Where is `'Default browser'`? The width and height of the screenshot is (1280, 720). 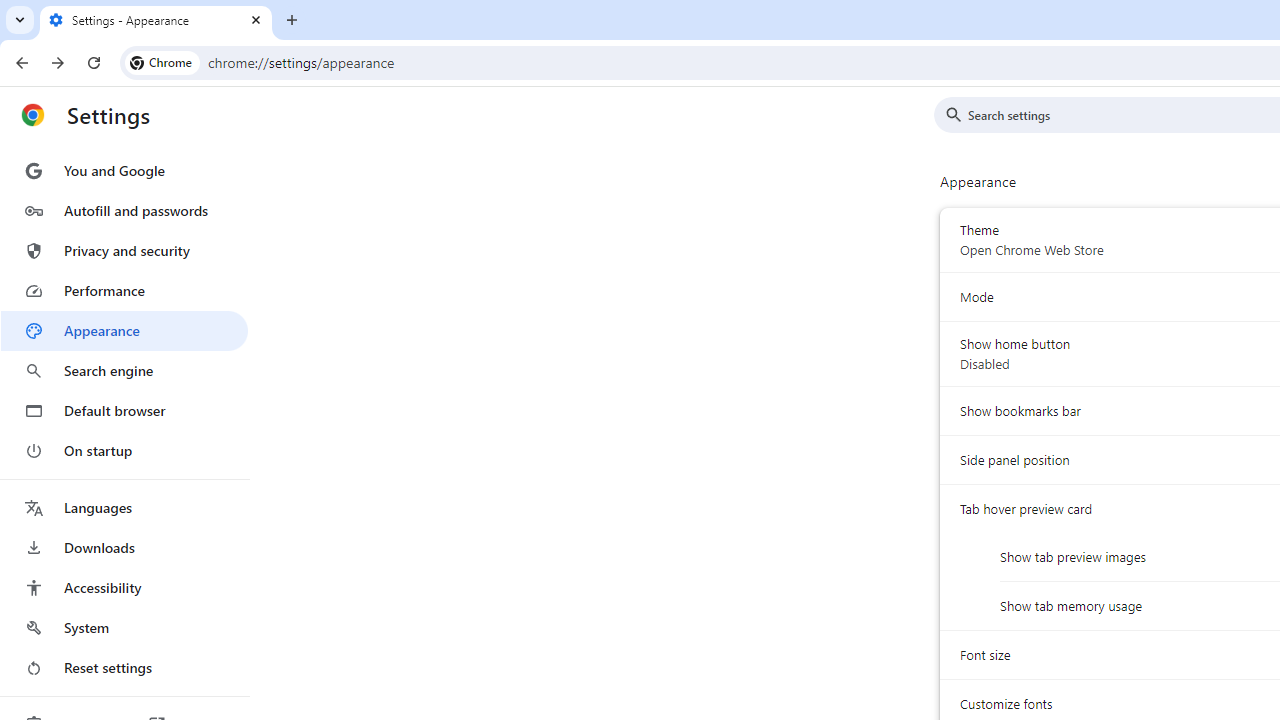
'Default browser' is located at coordinates (123, 410).